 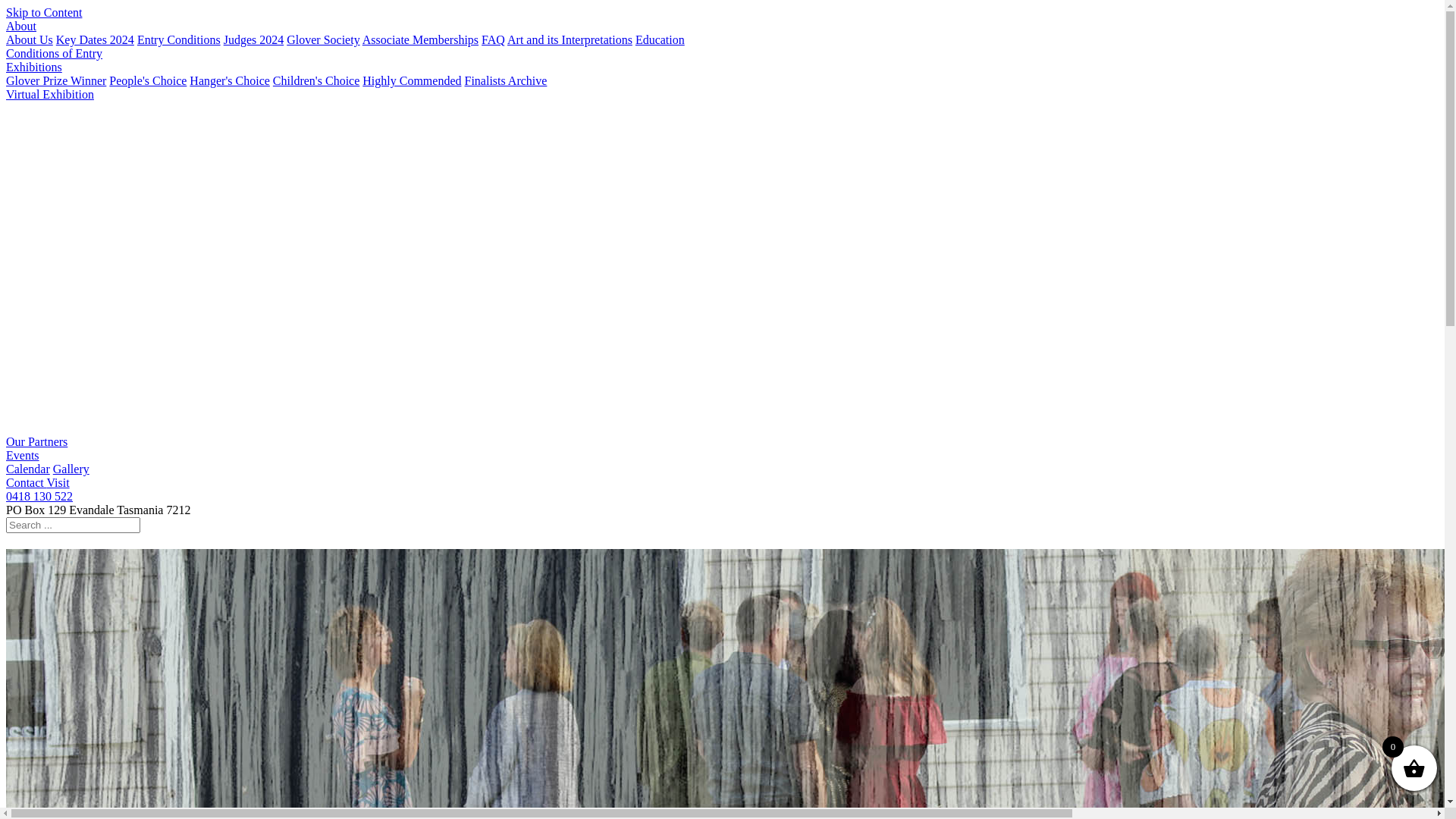 What do you see at coordinates (22, 454) in the screenshot?
I see `'Events'` at bounding box center [22, 454].